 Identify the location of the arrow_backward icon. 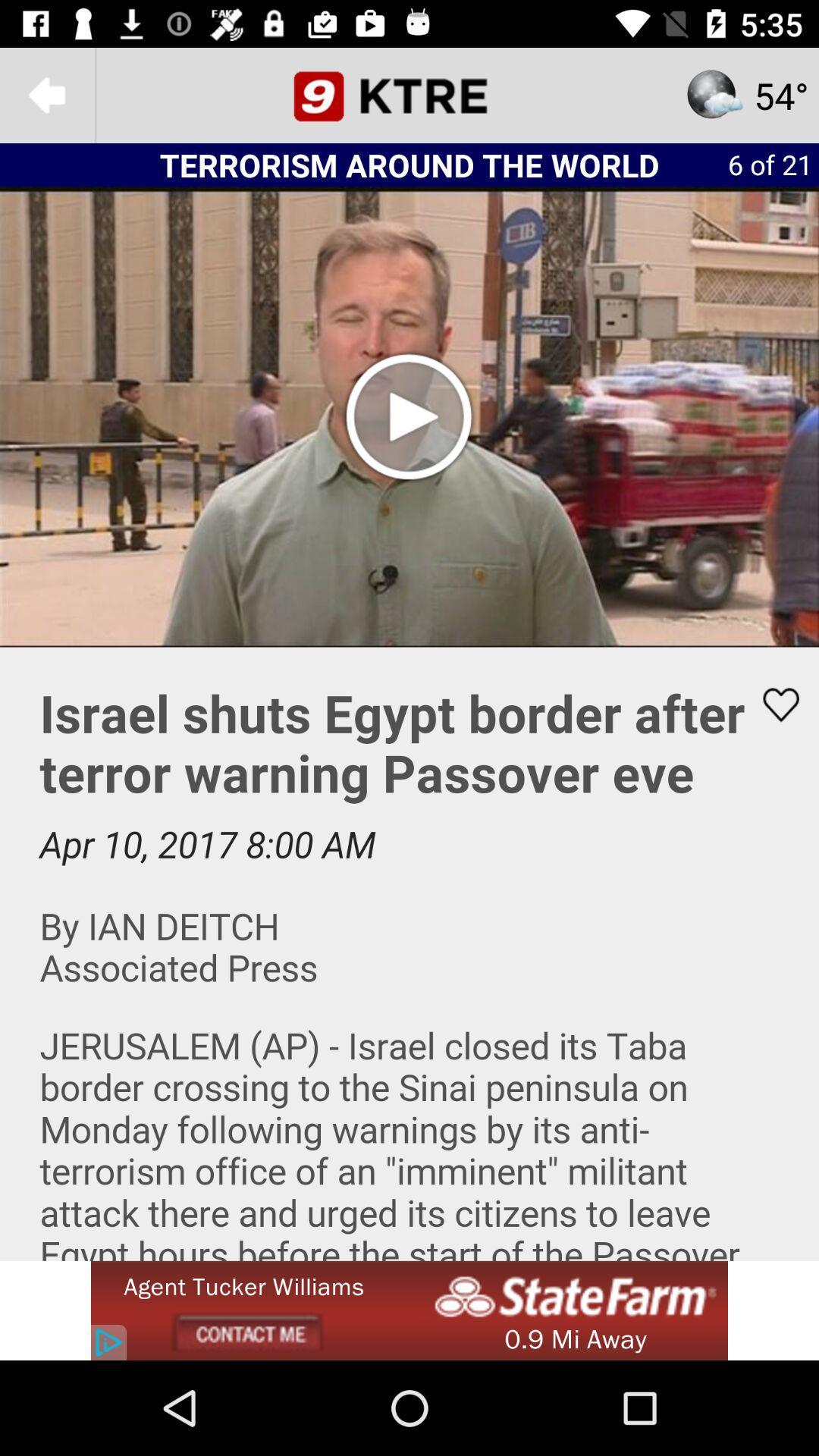
(46, 94).